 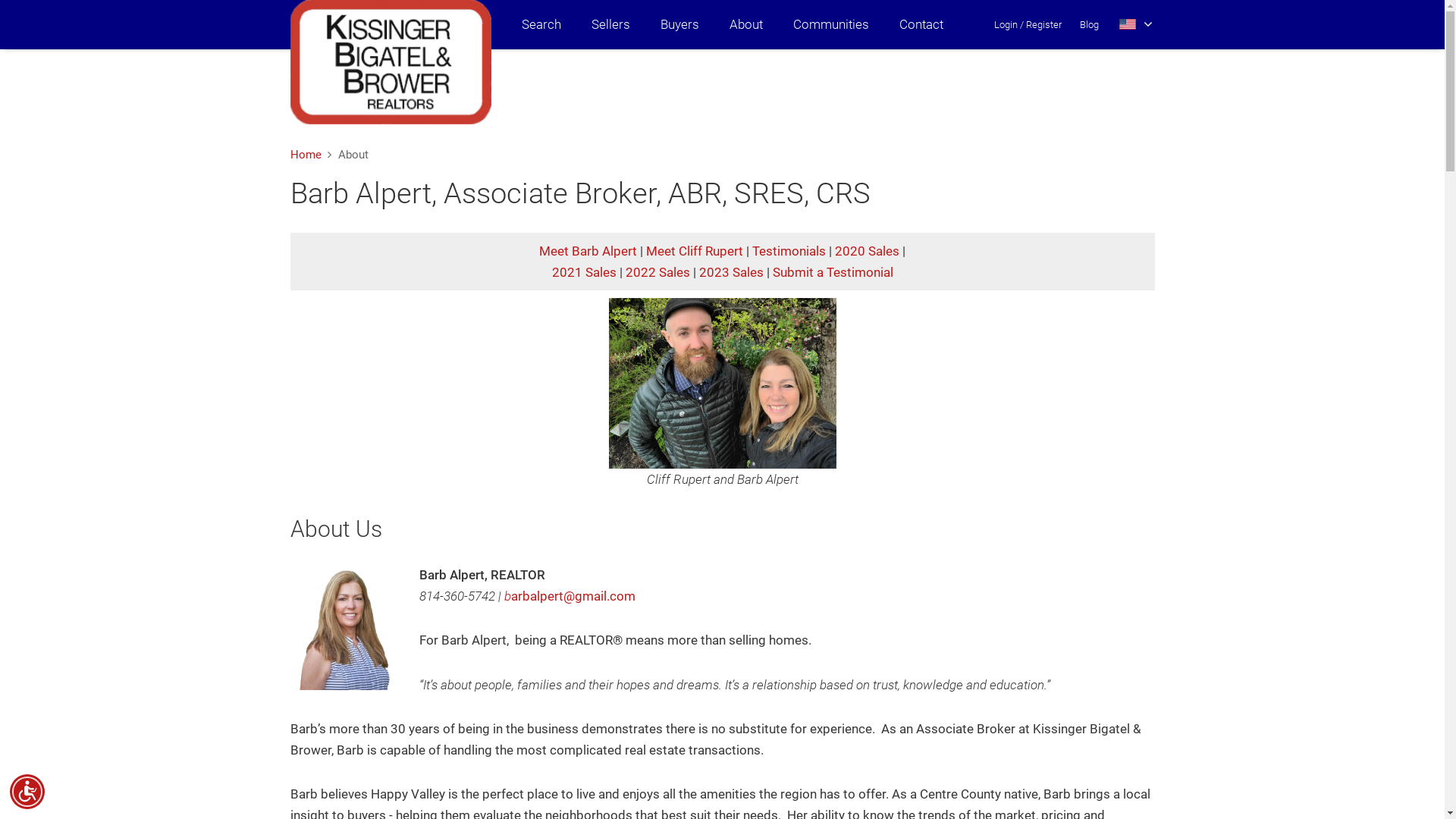 I want to click on '2021 Sales', so click(x=583, y=271).